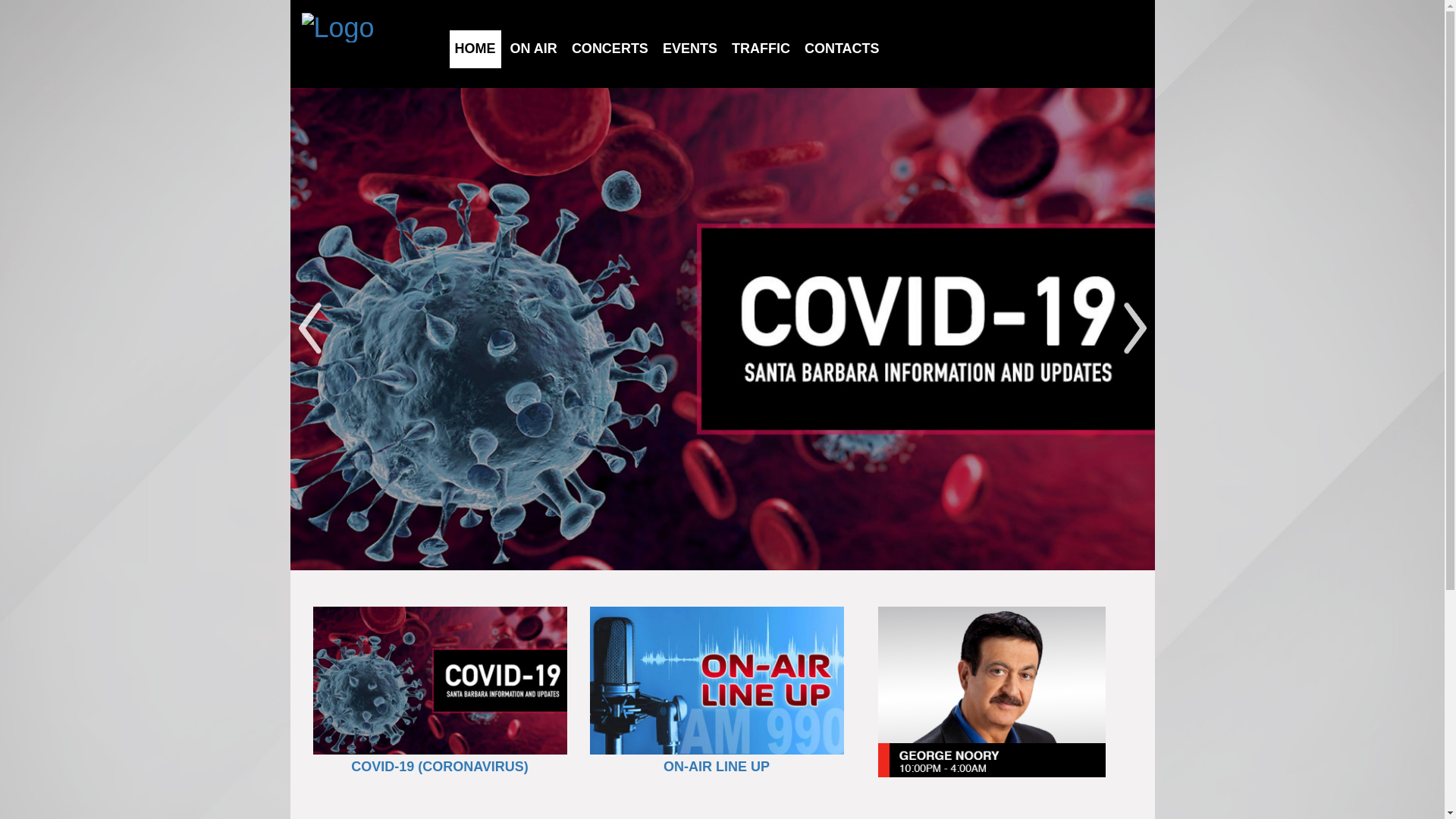  Describe the element at coordinates (309, 328) in the screenshot. I see `'Previous'` at that location.